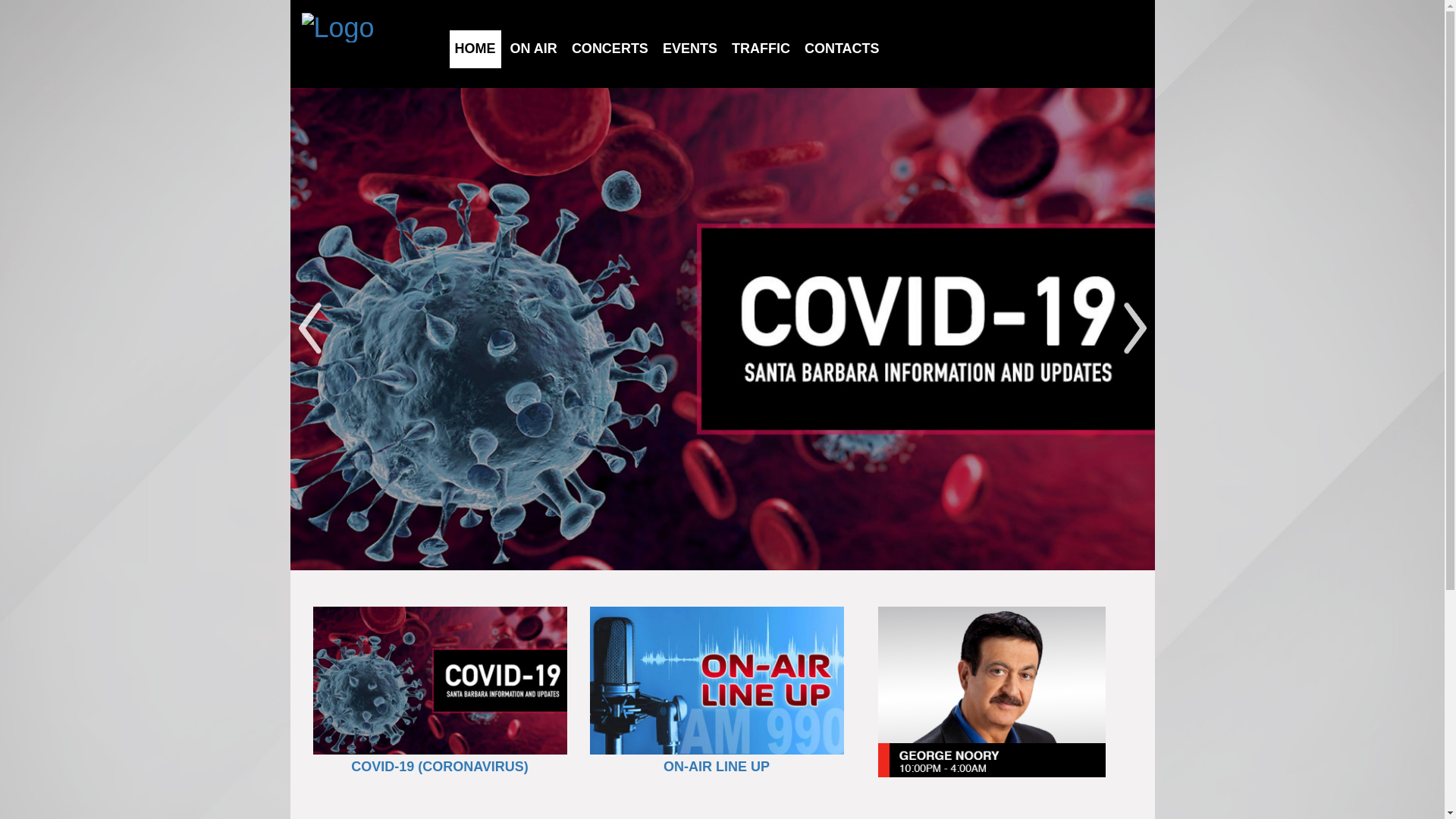  Describe the element at coordinates (309, 328) in the screenshot. I see `'Previous'` at that location.